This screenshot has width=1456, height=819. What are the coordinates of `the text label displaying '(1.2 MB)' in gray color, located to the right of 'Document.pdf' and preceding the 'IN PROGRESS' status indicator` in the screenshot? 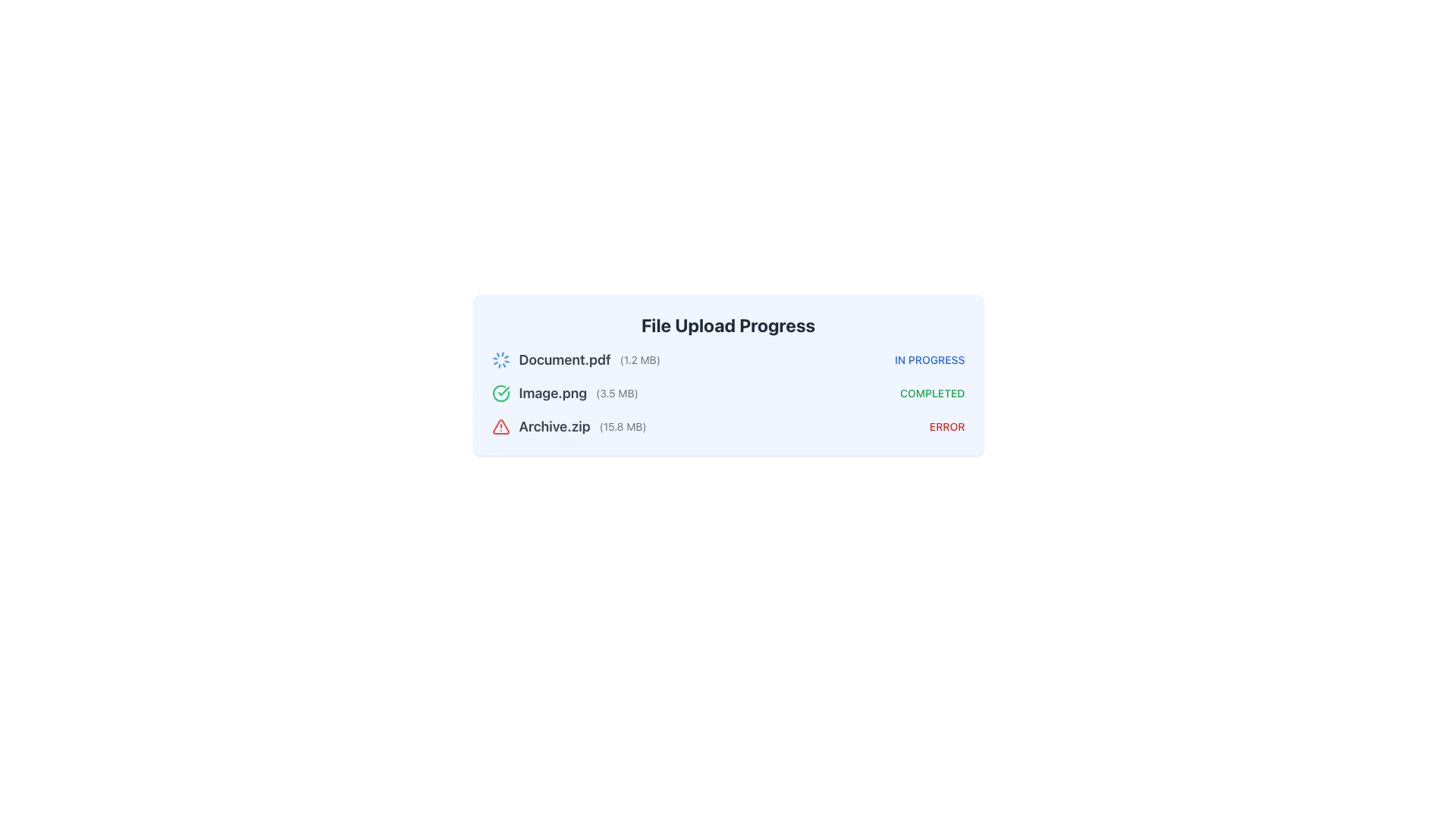 It's located at (640, 359).